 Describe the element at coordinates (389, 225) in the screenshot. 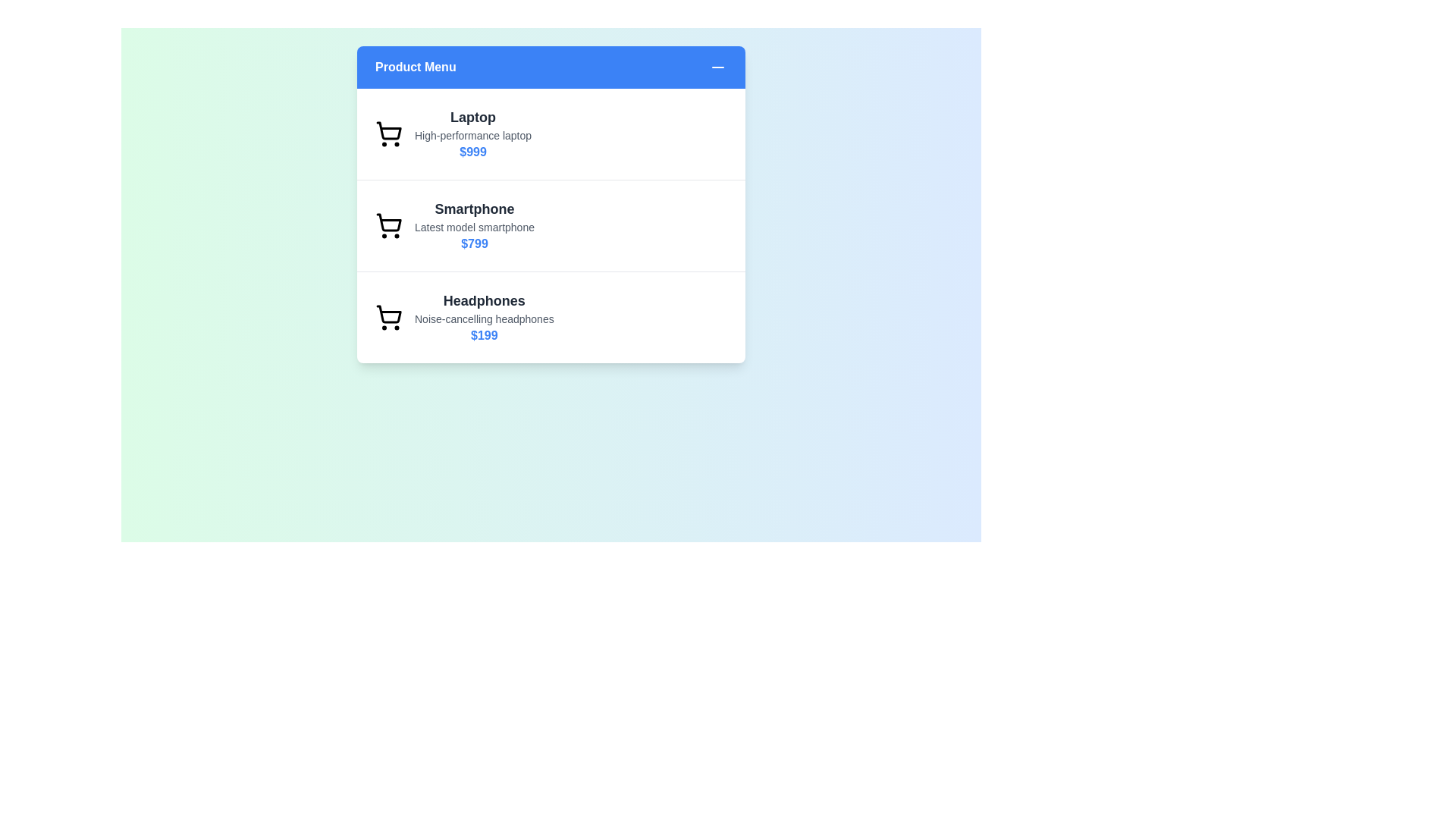

I see `the product icon for Smartphone` at that location.